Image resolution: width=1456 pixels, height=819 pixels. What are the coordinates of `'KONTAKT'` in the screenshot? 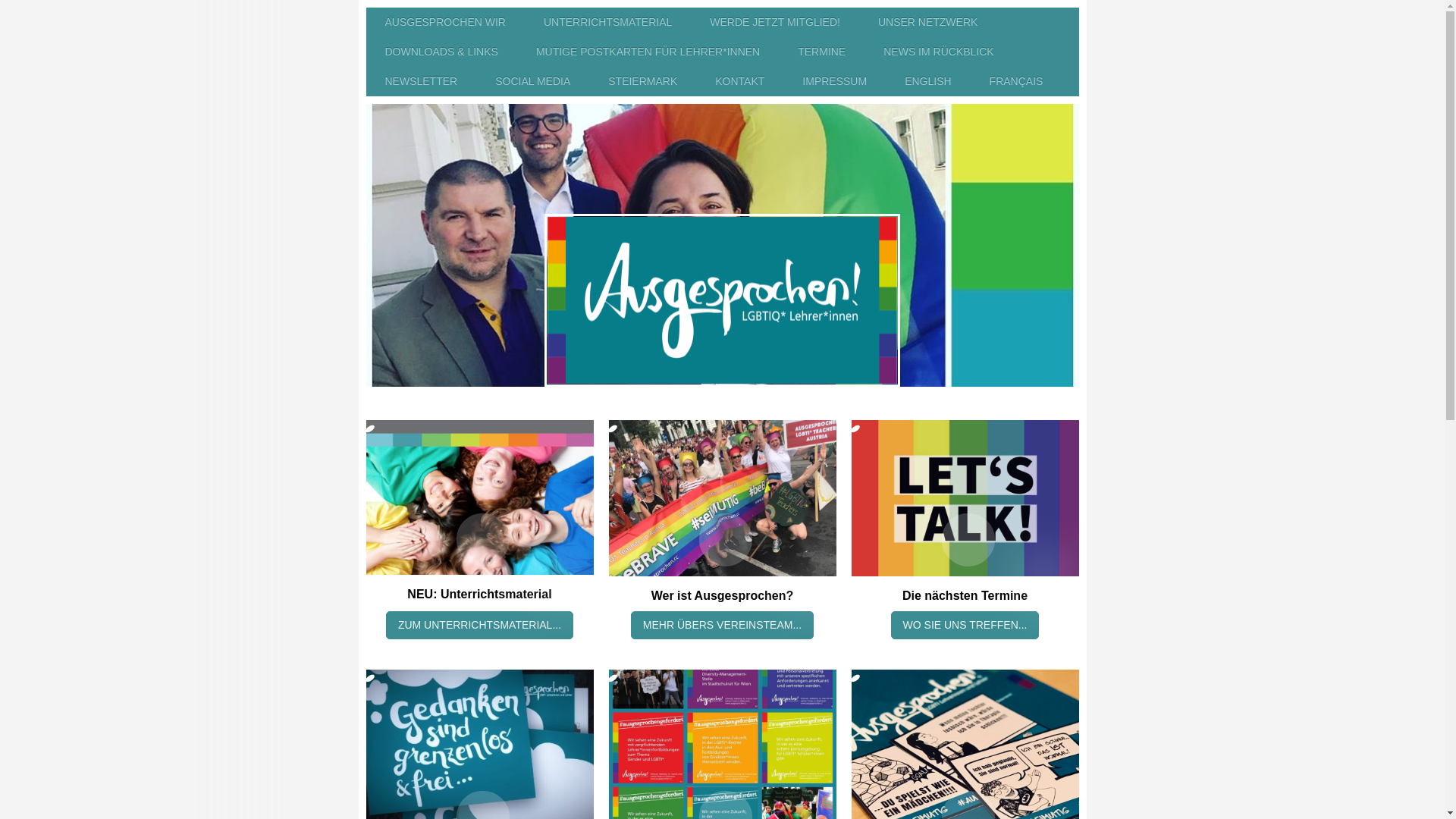 It's located at (695, 81).